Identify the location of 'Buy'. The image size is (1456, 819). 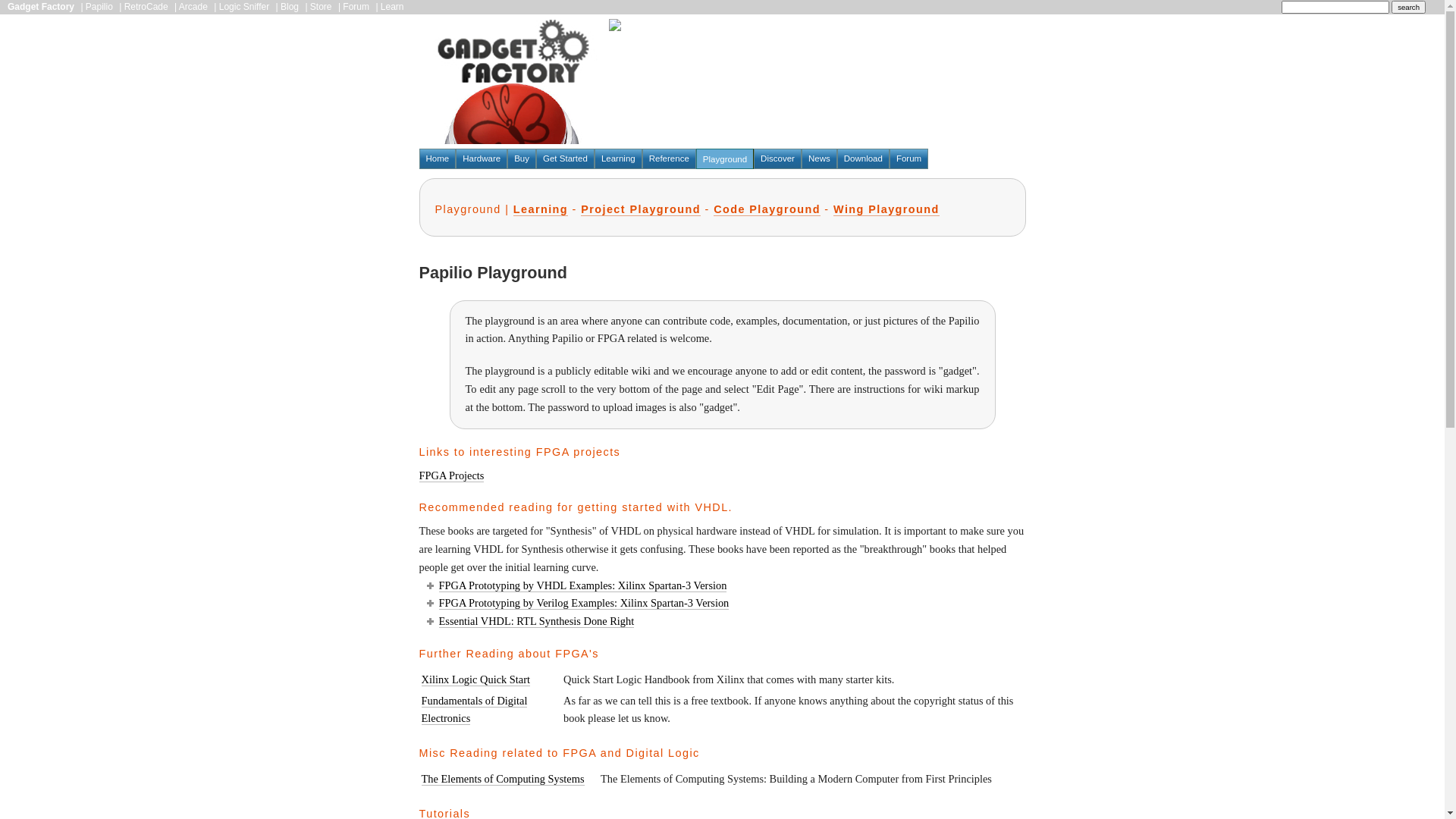
(507, 158).